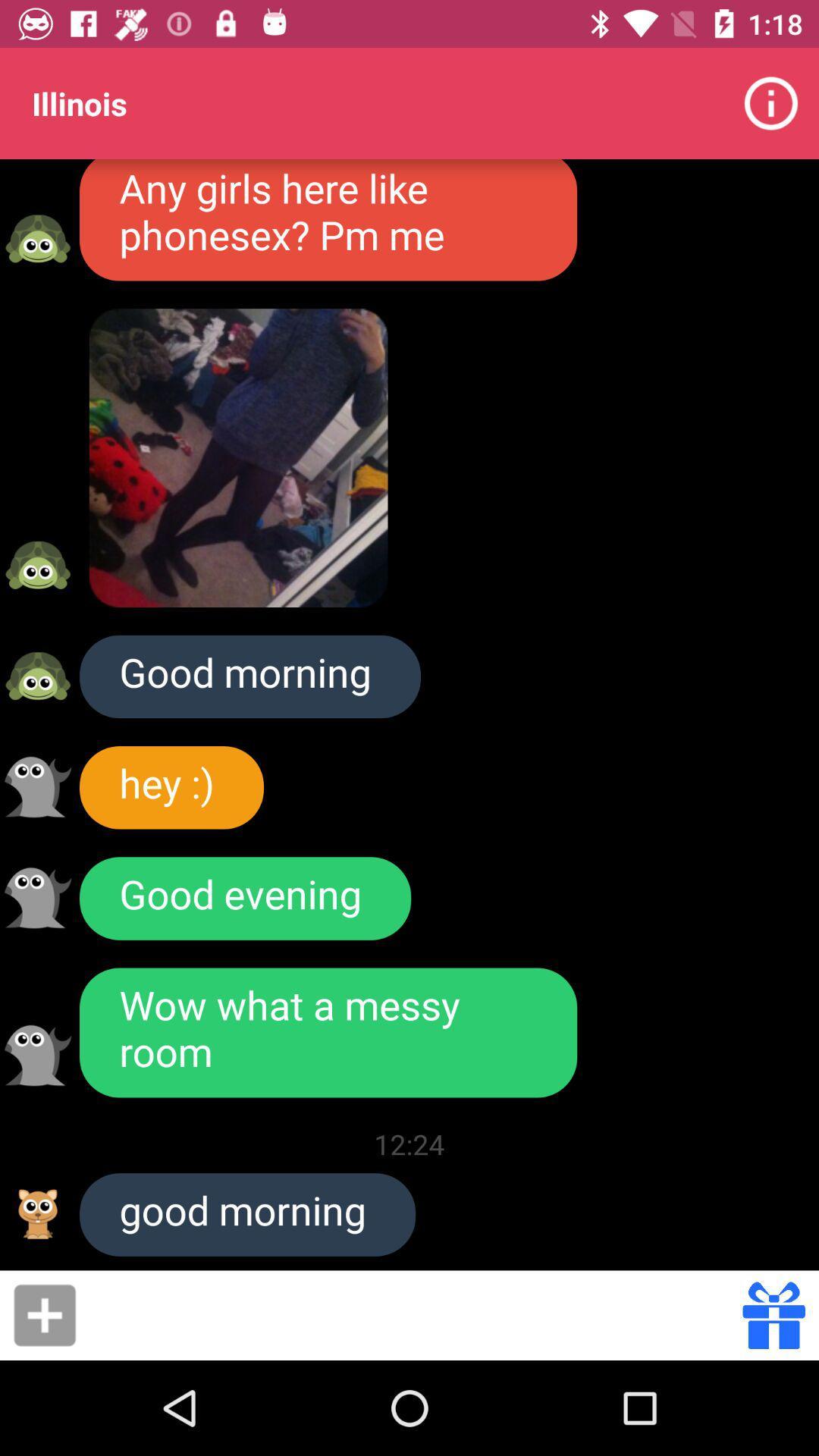  I want to click on user avatar, so click(37, 238).